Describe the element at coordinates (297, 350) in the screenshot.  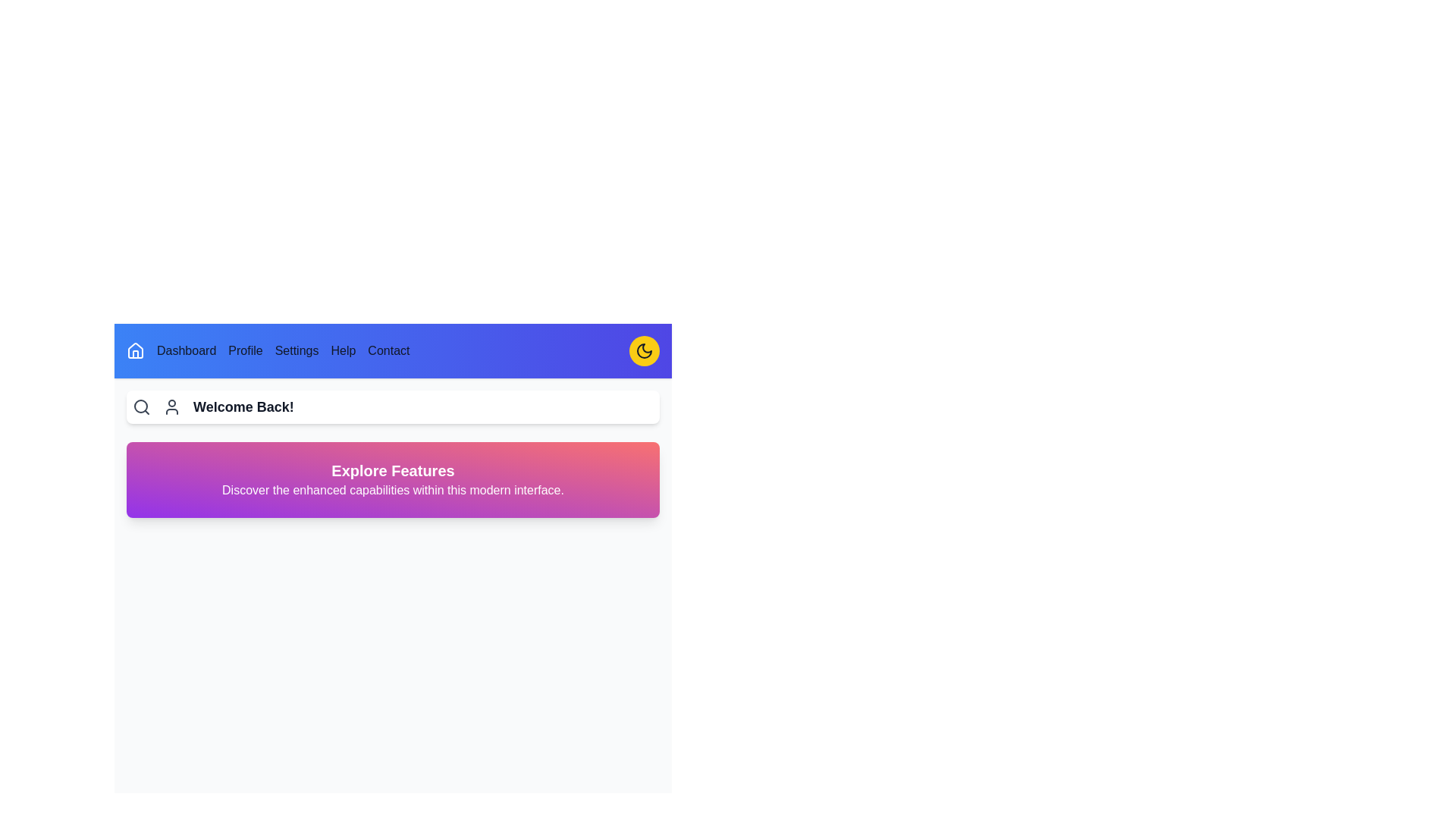
I see `the navigation menu item Settings` at that location.